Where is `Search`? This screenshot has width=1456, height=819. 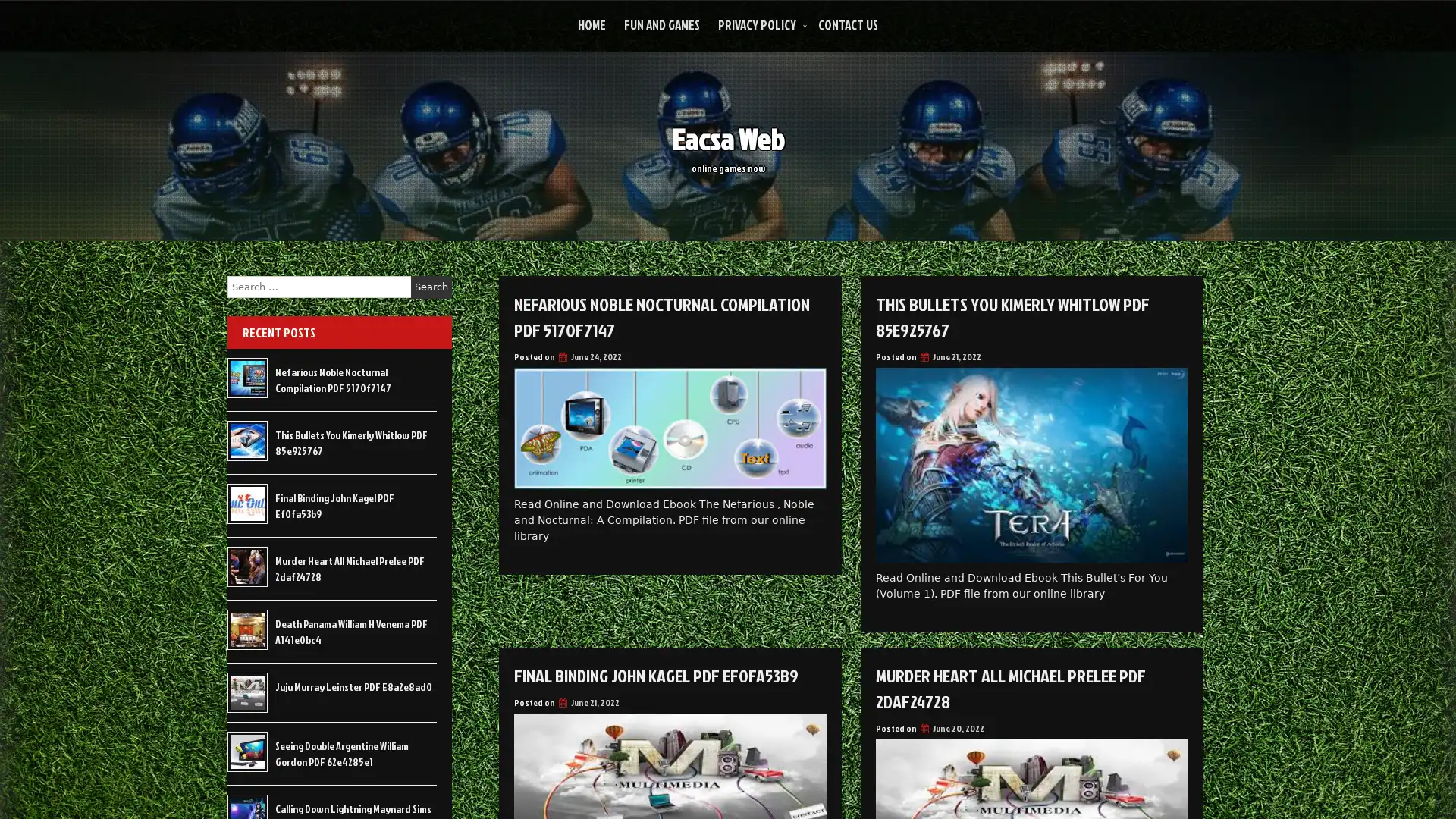
Search is located at coordinates (431, 287).